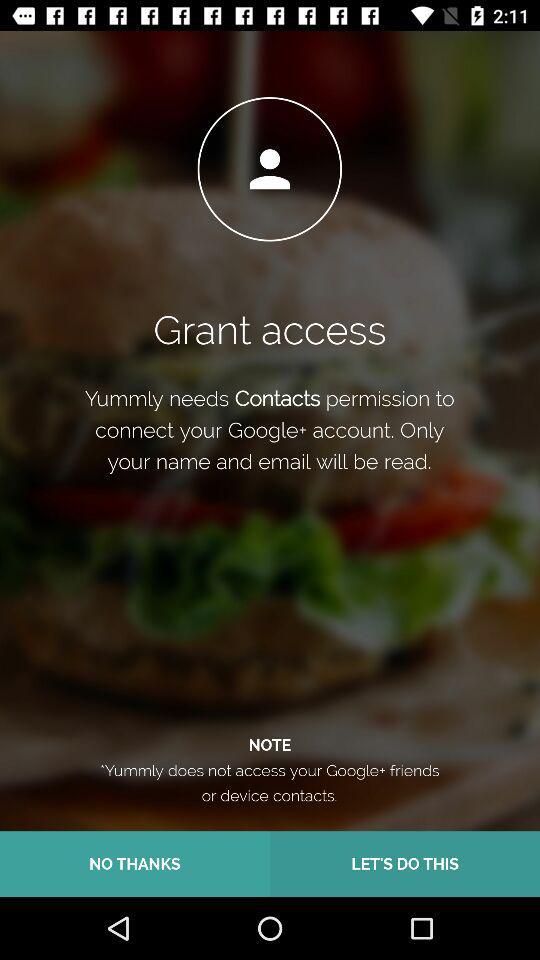 Image resolution: width=540 pixels, height=960 pixels. What do you see at coordinates (135, 863) in the screenshot?
I see `no thanks` at bounding box center [135, 863].